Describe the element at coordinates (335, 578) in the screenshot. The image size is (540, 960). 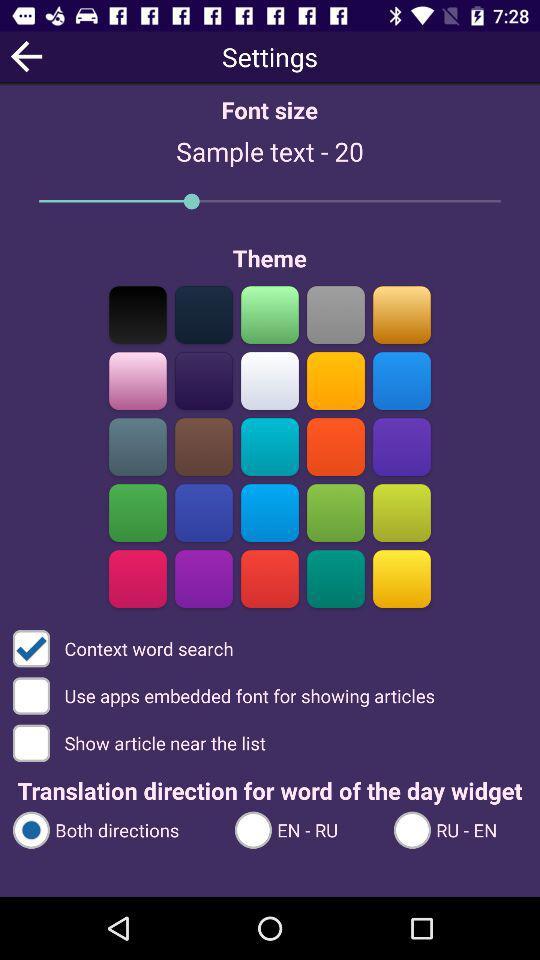
I see `the color bar` at that location.